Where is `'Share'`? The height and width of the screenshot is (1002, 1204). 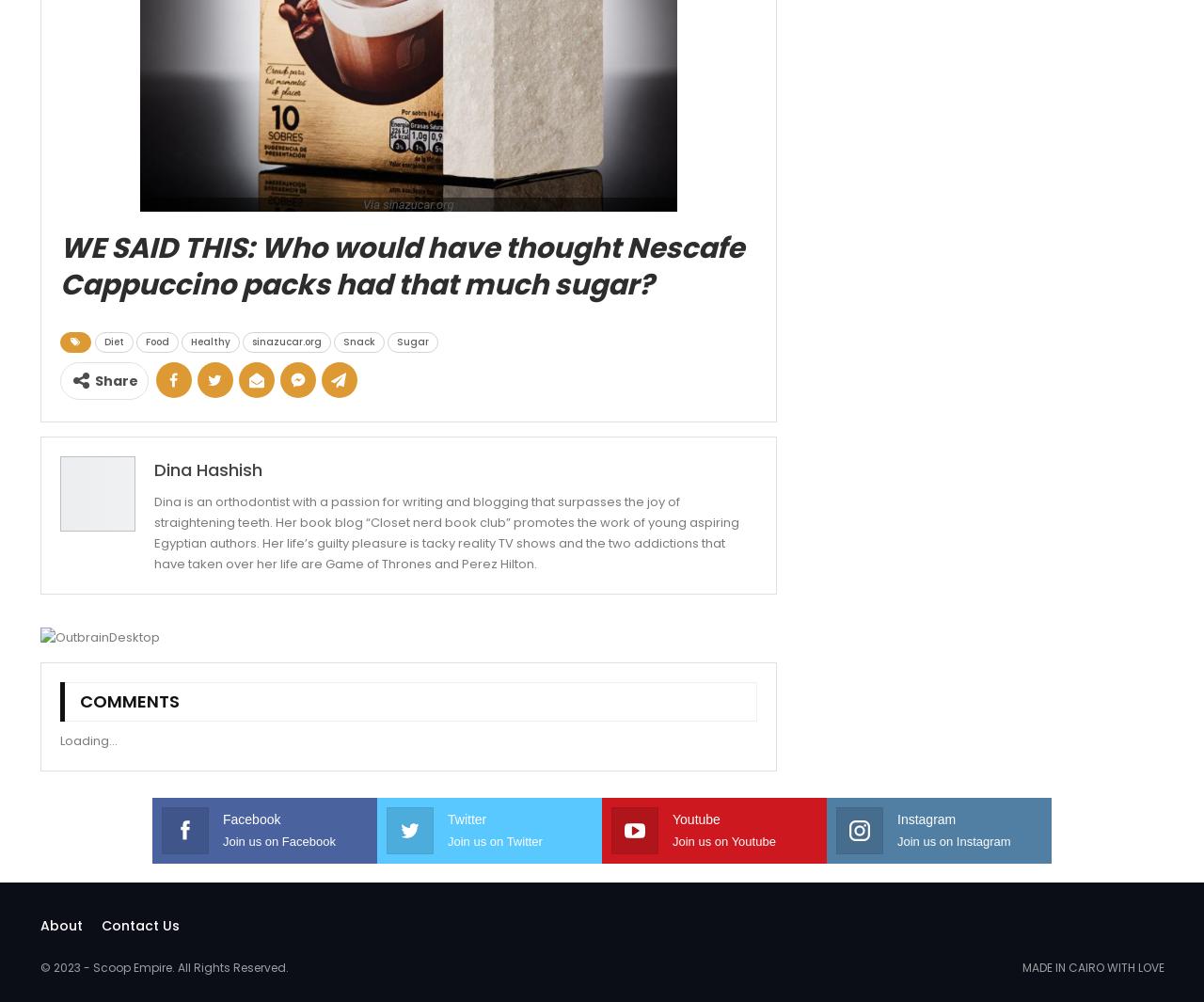
'Share' is located at coordinates (92, 380).